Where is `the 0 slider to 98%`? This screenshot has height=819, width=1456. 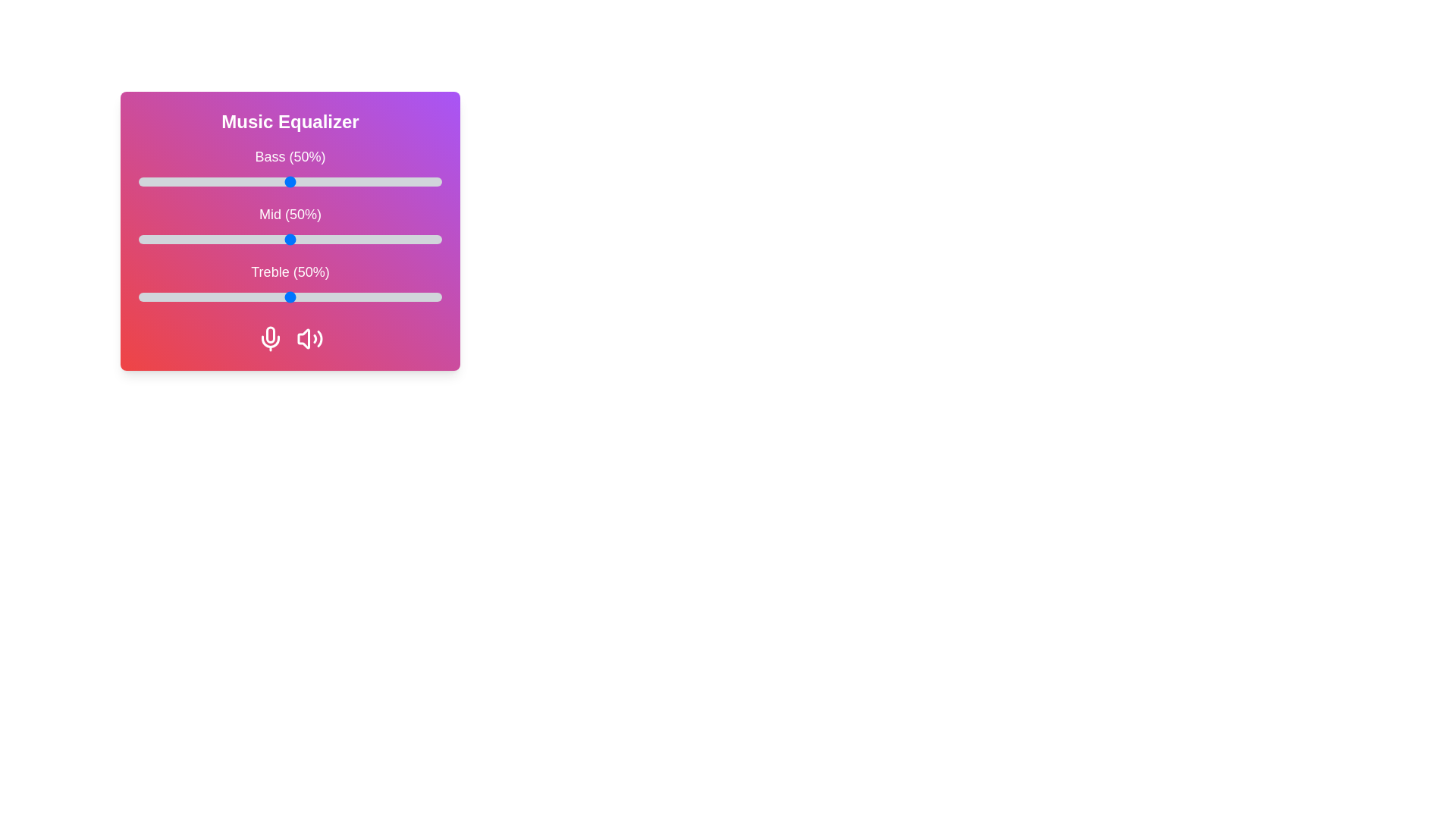
the 0 slider to 98% is located at coordinates (435, 180).